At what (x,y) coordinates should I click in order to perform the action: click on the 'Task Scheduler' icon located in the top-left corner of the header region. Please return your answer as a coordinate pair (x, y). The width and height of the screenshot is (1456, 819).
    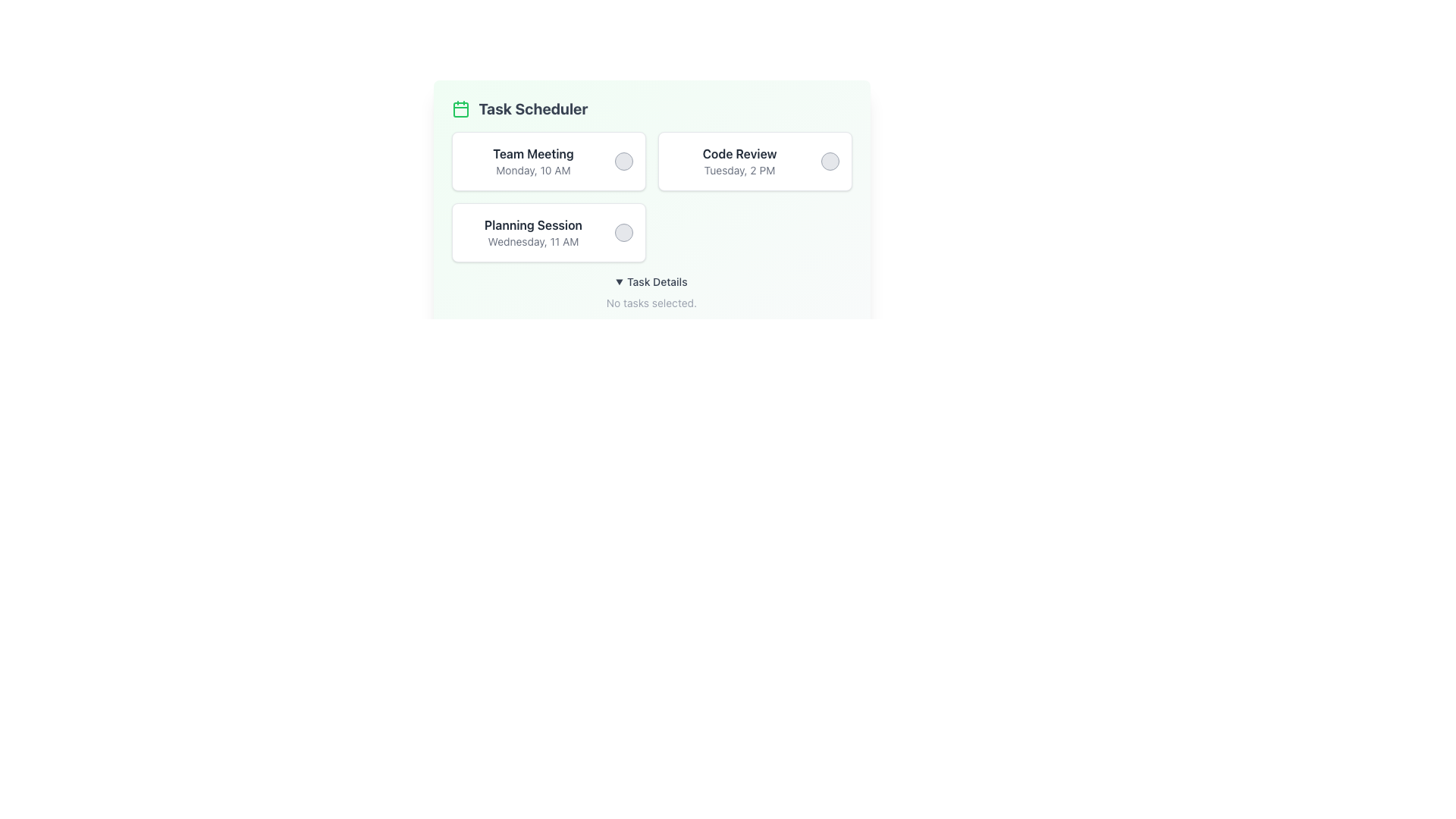
    Looking at the image, I should click on (460, 108).